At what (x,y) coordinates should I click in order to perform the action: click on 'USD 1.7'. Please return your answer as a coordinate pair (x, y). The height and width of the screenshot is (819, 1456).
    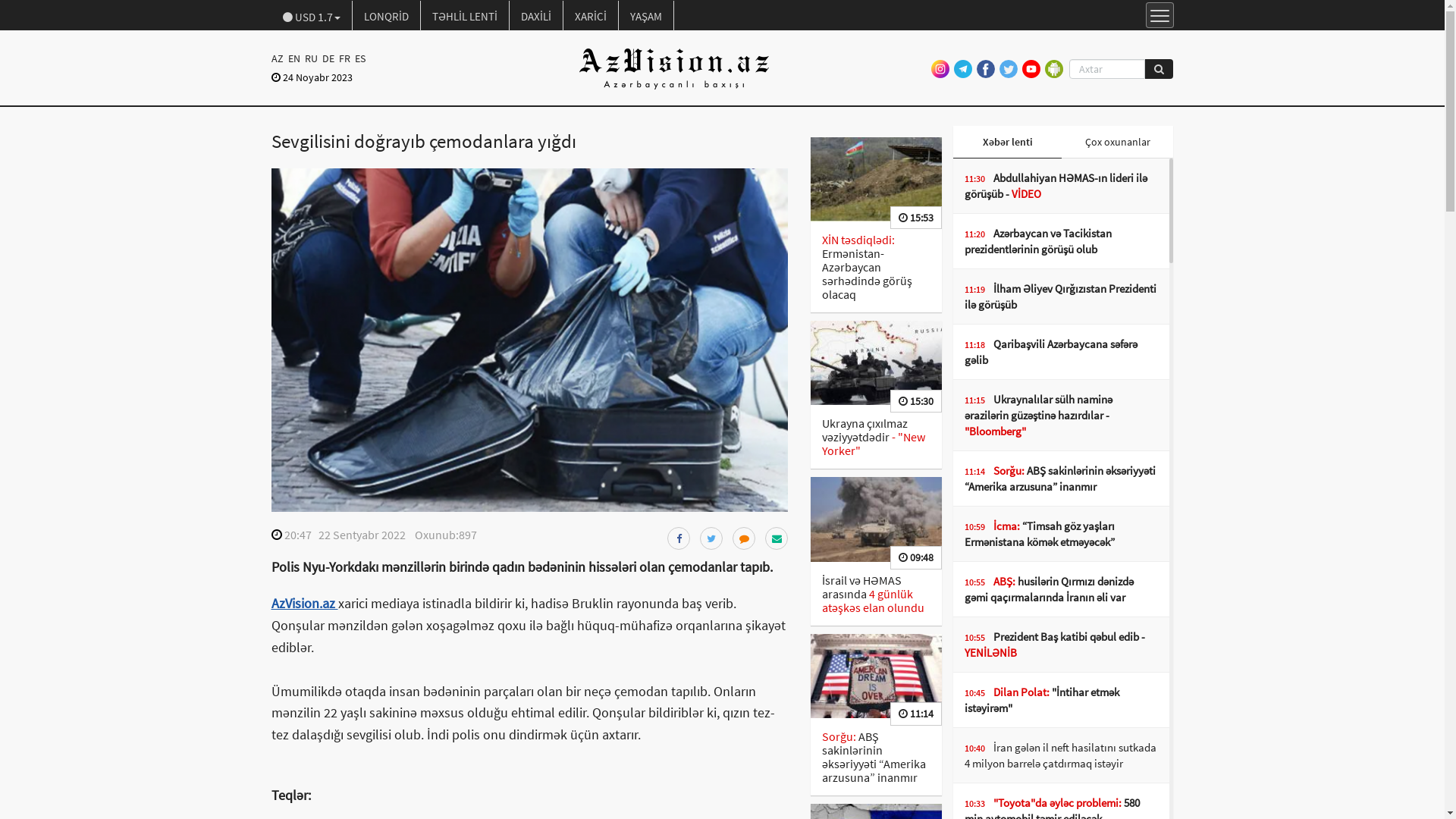
    Looking at the image, I should click on (271, 15).